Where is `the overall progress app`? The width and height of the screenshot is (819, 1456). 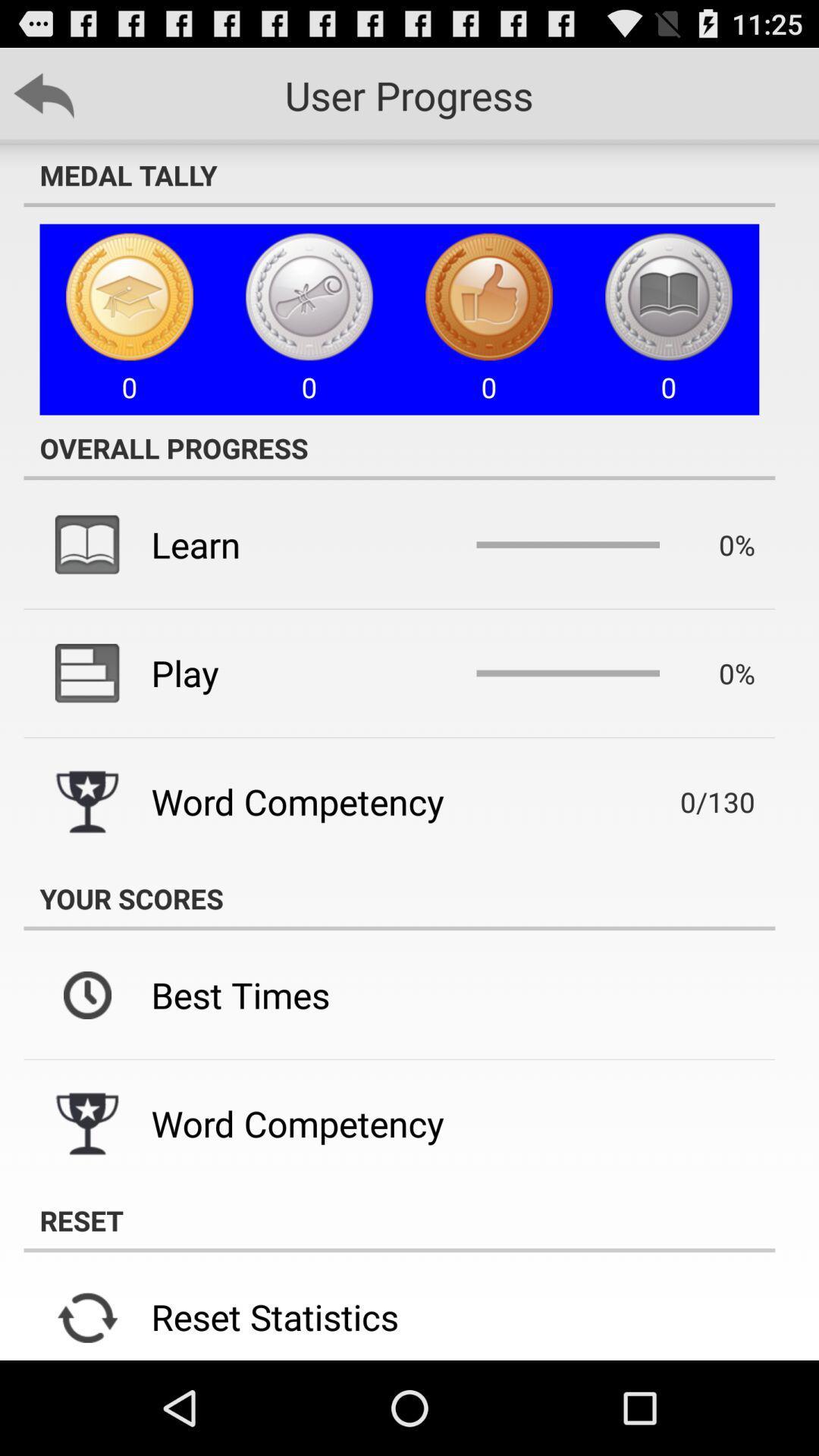
the overall progress app is located at coordinates (398, 447).